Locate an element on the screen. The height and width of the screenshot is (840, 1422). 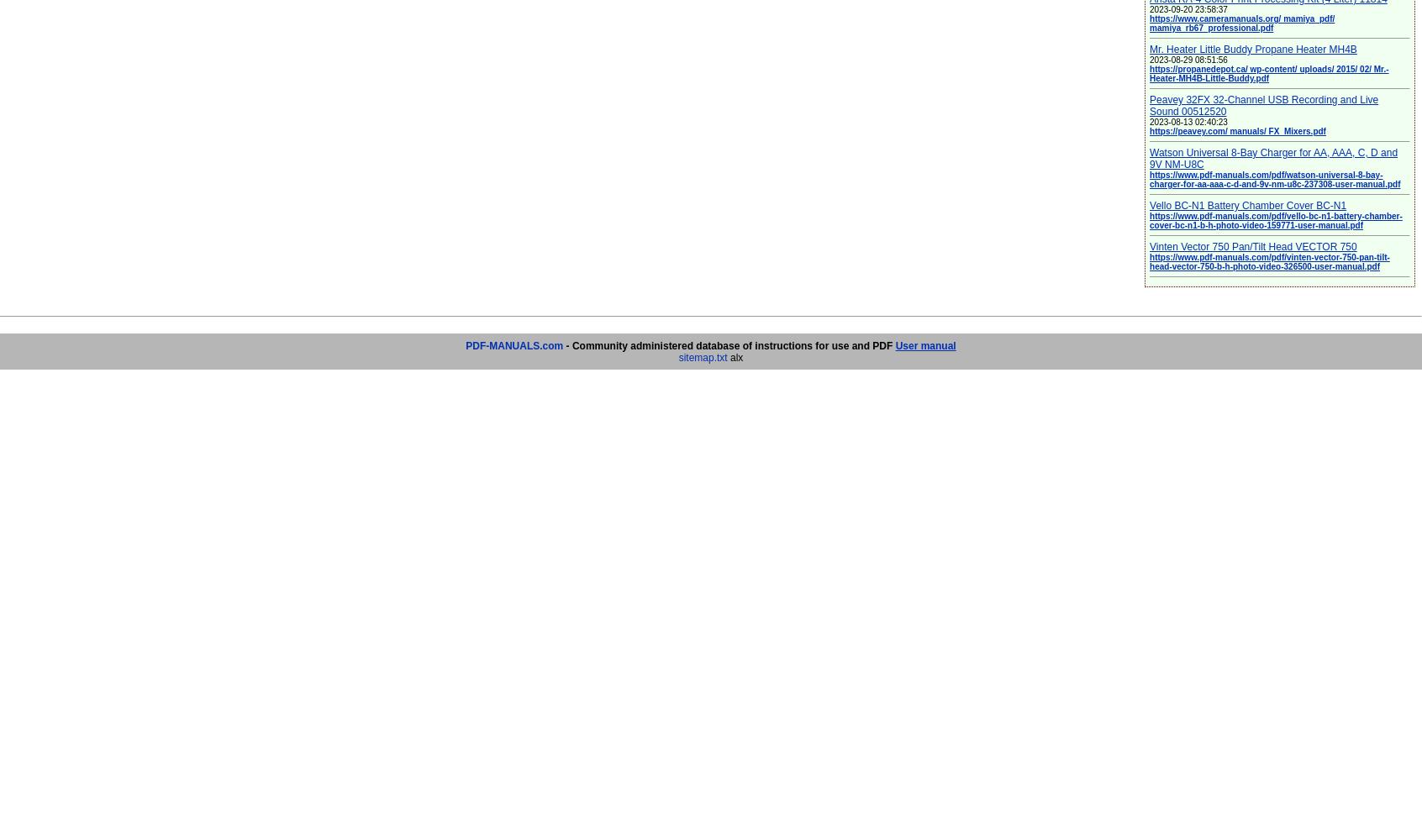
'https://www.pdf-manuals.com/pdf/vinten-vector-750-pan-tilt-head-vector-750-b-h-photo-video-326500-user-manual.pdf' is located at coordinates (1149, 262).